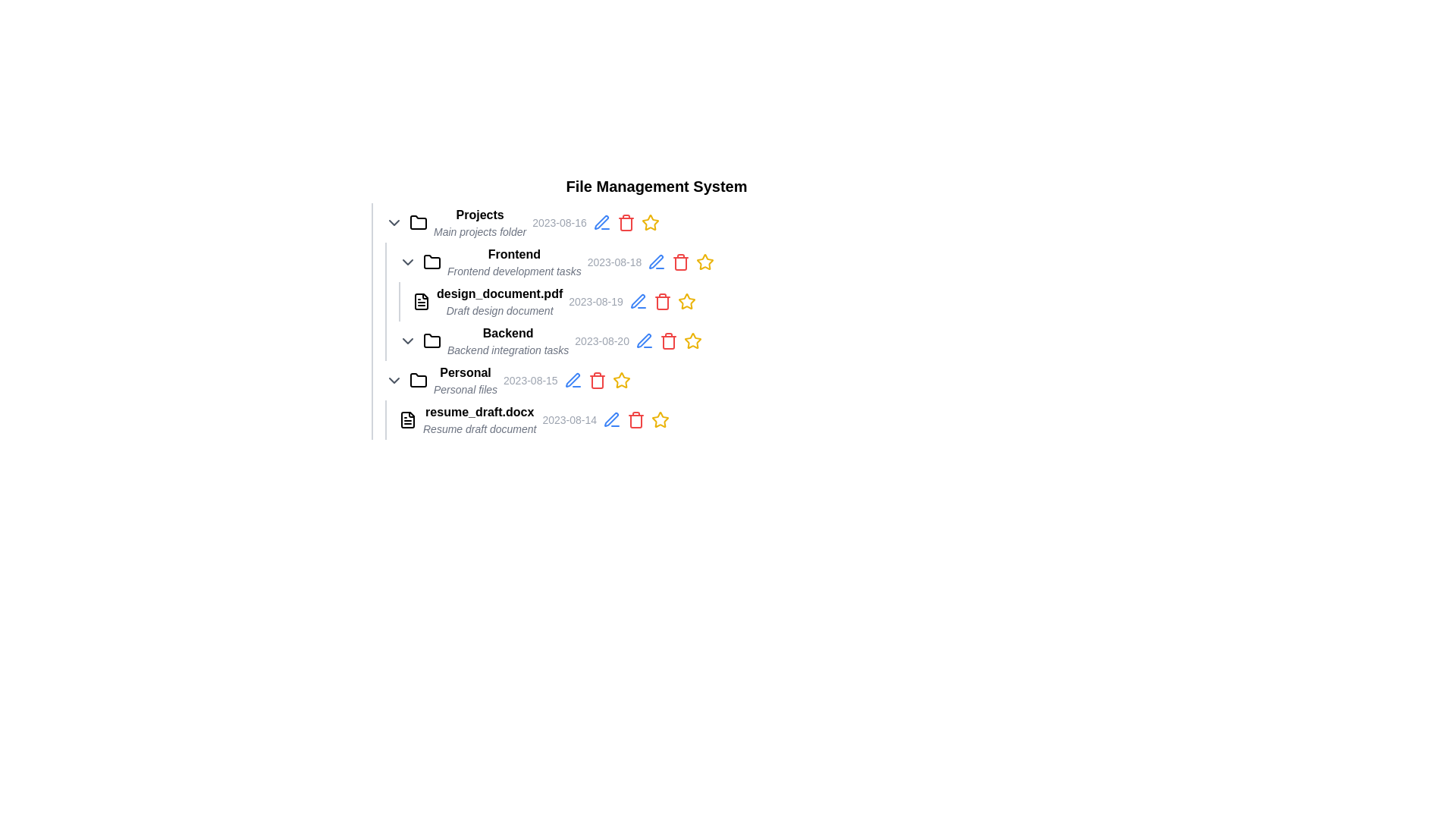 The width and height of the screenshot is (1456, 819). What do you see at coordinates (422, 301) in the screenshot?
I see `the document icon located beside the text 'design_document.pdf' in the 'Frontend' folder's file listing` at bounding box center [422, 301].